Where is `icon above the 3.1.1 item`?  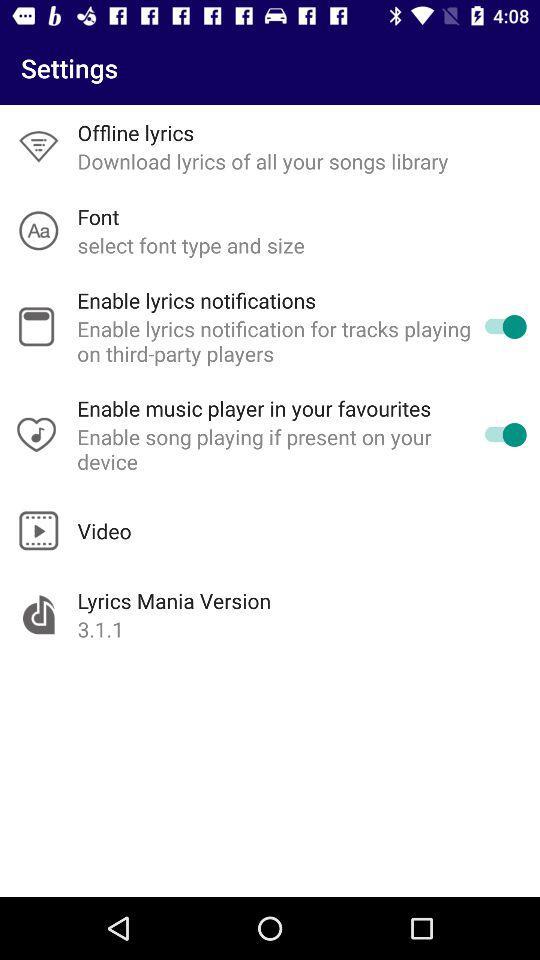 icon above the 3.1.1 item is located at coordinates (174, 600).